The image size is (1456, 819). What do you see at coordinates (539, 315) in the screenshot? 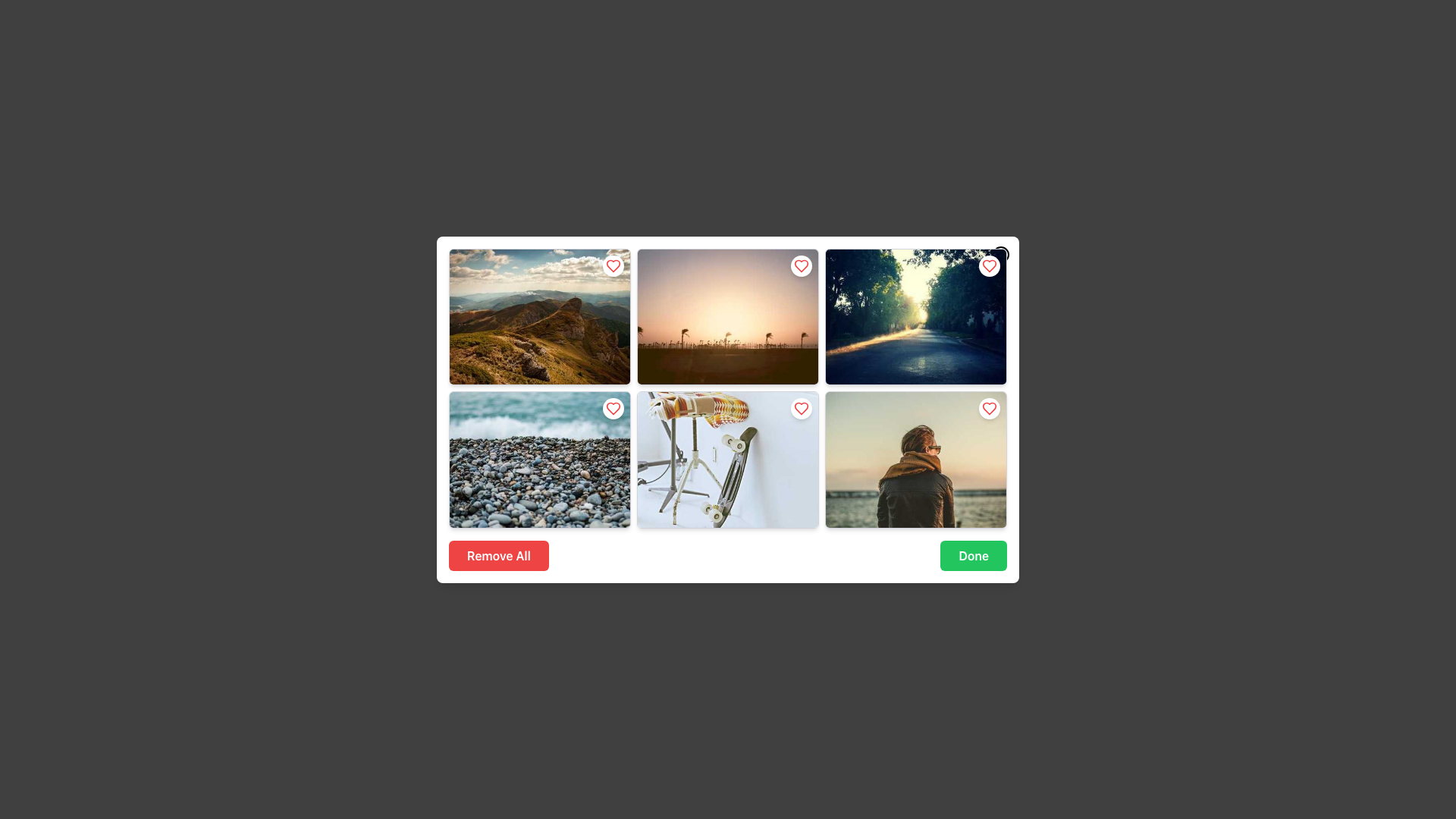
I see `the image component located` at bounding box center [539, 315].